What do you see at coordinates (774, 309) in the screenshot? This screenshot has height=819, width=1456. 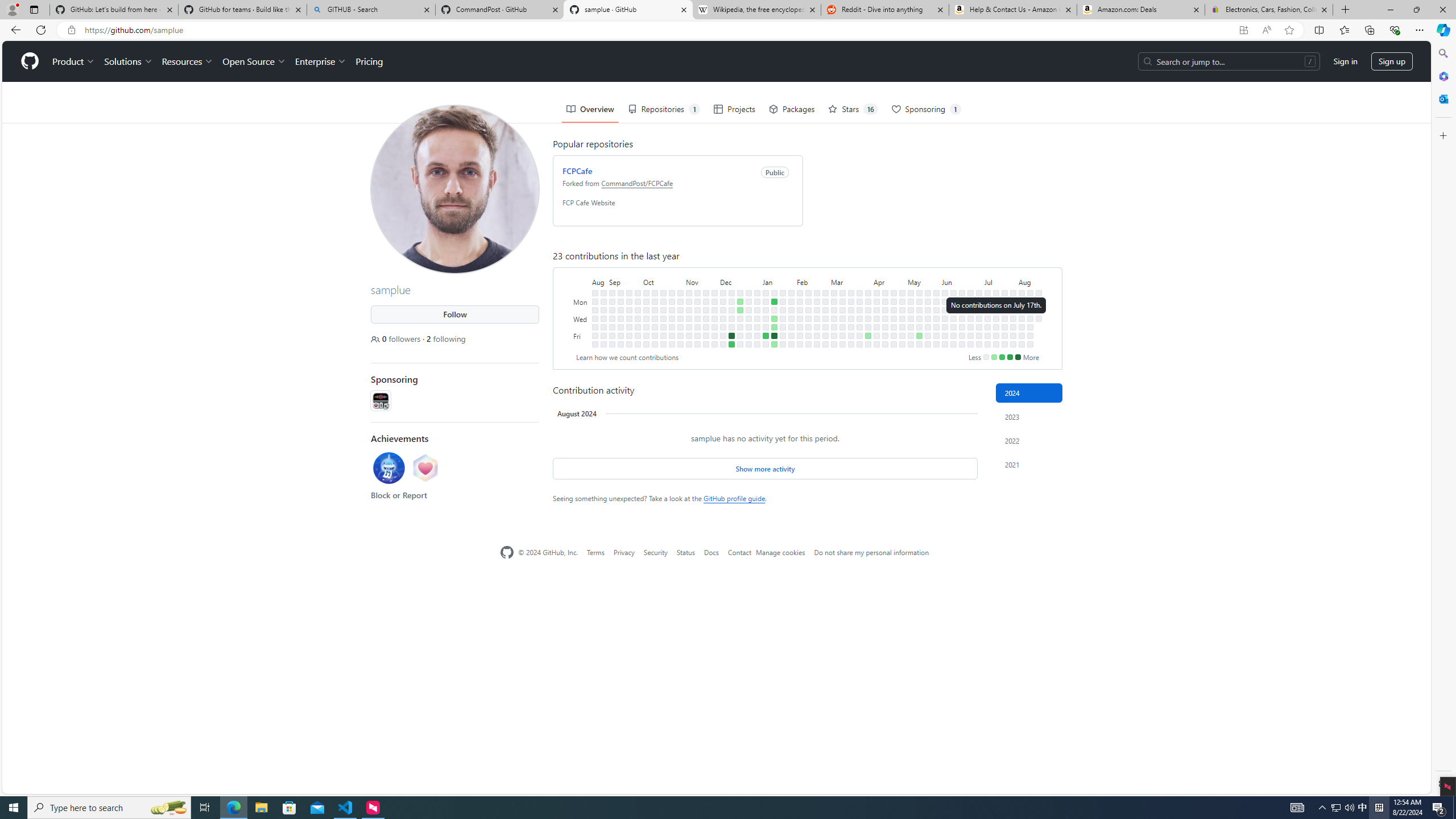 I see `'No contributions on January 16th.'` at bounding box center [774, 309].